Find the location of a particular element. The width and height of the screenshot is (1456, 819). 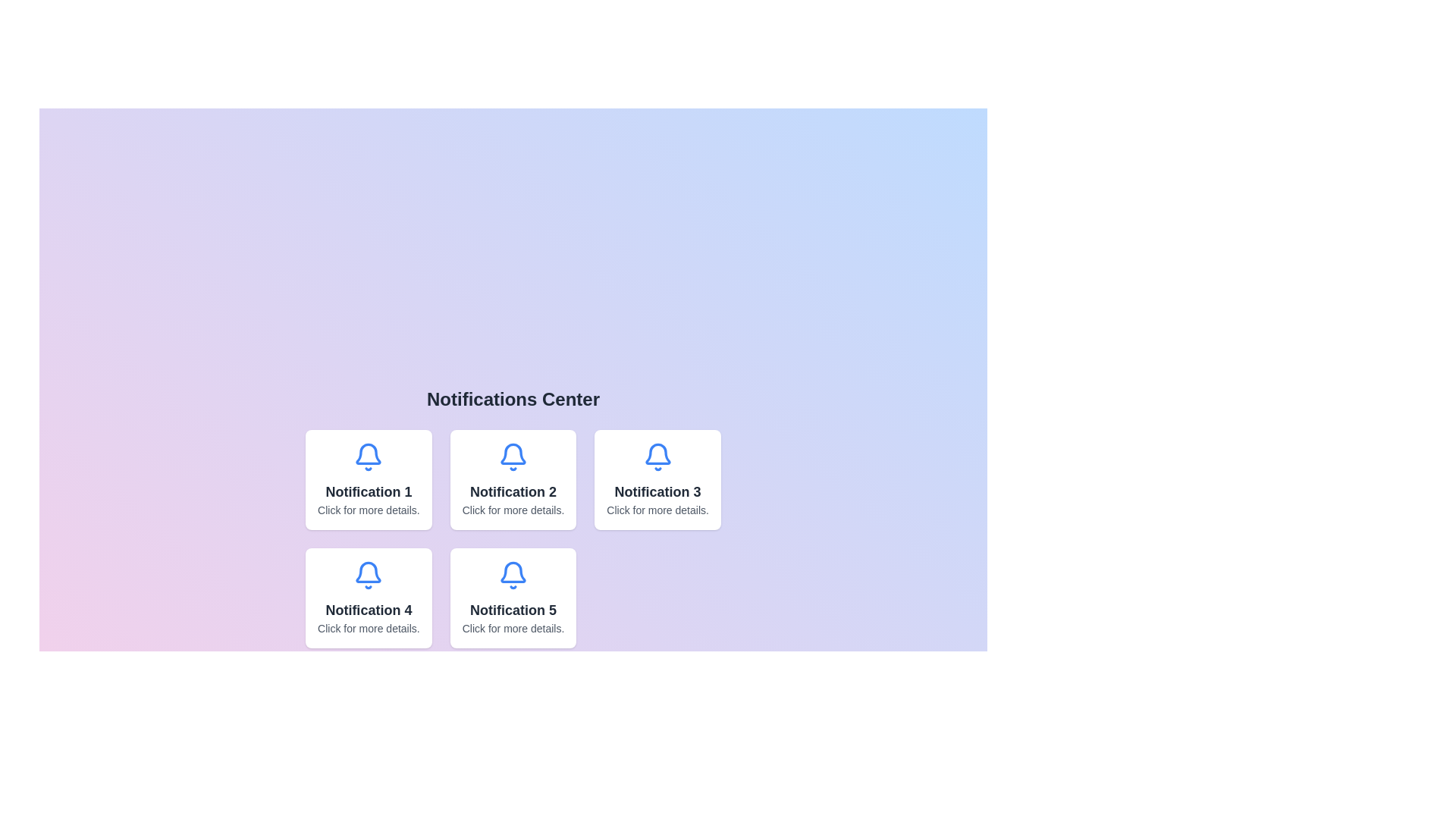

the blue bell-shaped outline icon located at the top of the 'Notification 1' card in the Notifications Center is located at coordinates (369, 453).